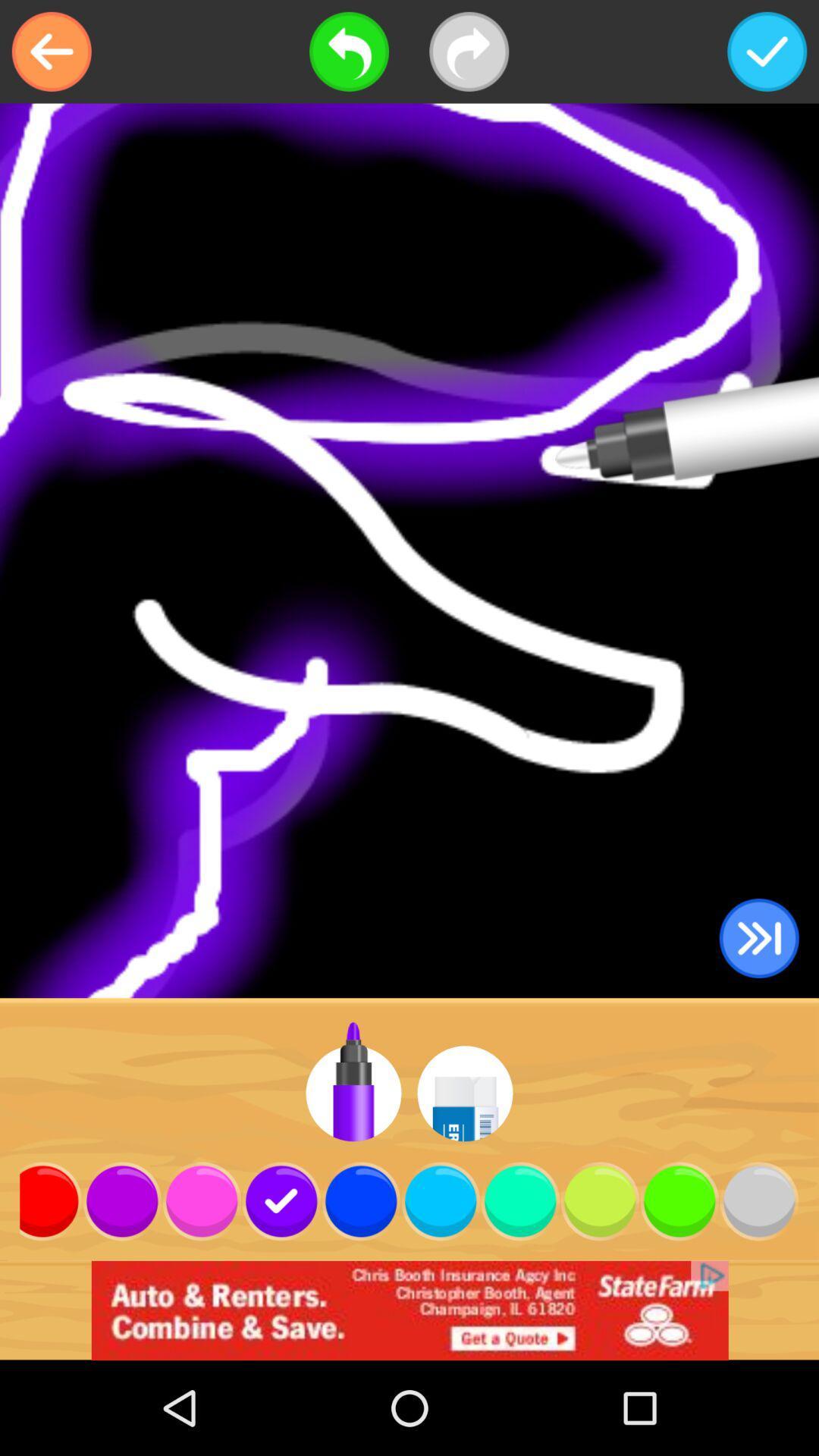 This screenshot has height=1456, width=819. I want to click on the arrow_backward icon, so click(51, 52).